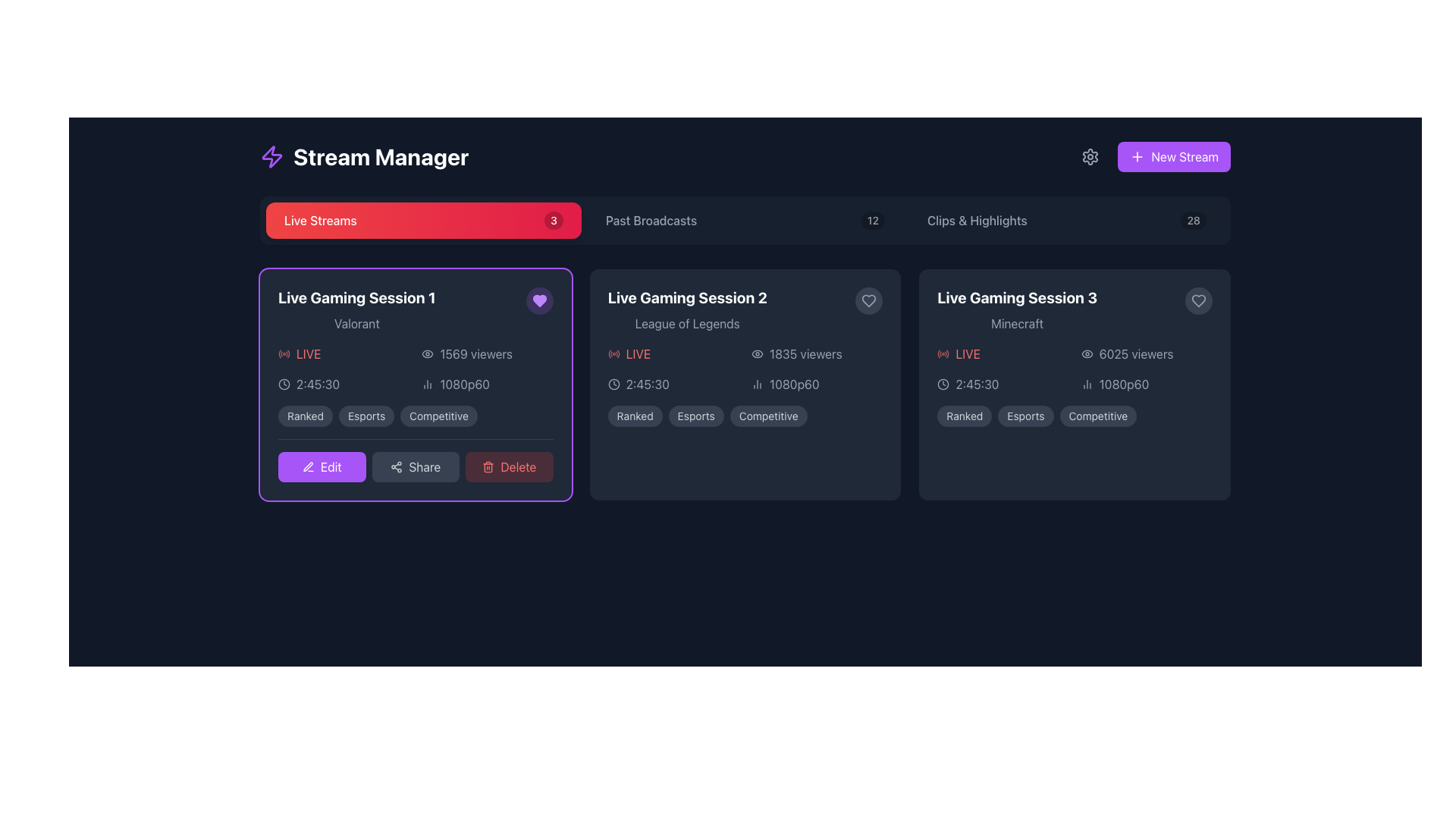  What do you see at coordinates (943, 353) in the screenshot?
I see `the Indication icon representing a live broadcast, which is located on the left-hand side of the 'LIVE' label` at bounding box center [943, 353].